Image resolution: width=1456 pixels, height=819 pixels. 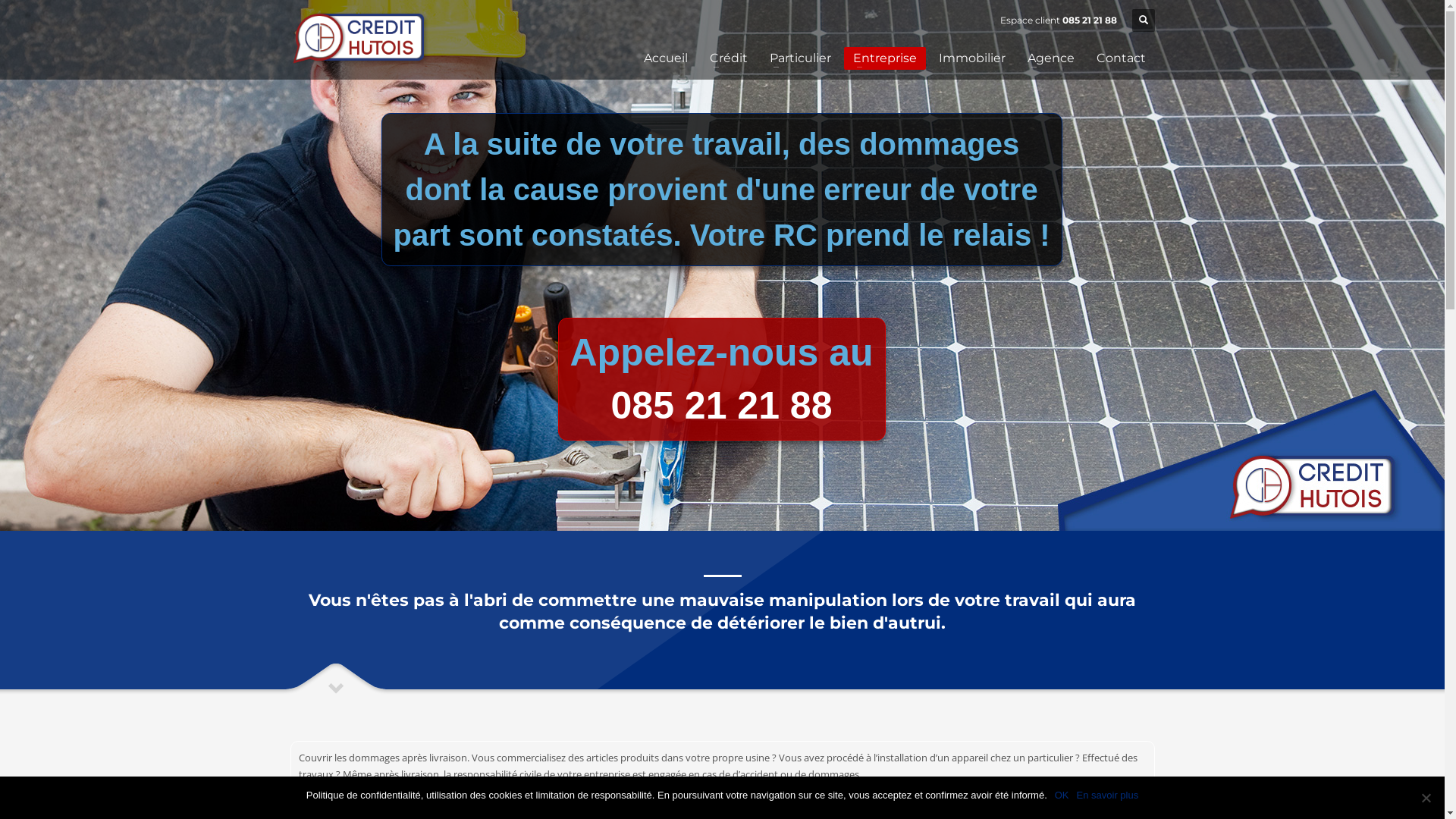 I want to click on 'Entreprise', so click(x=843, y=58).